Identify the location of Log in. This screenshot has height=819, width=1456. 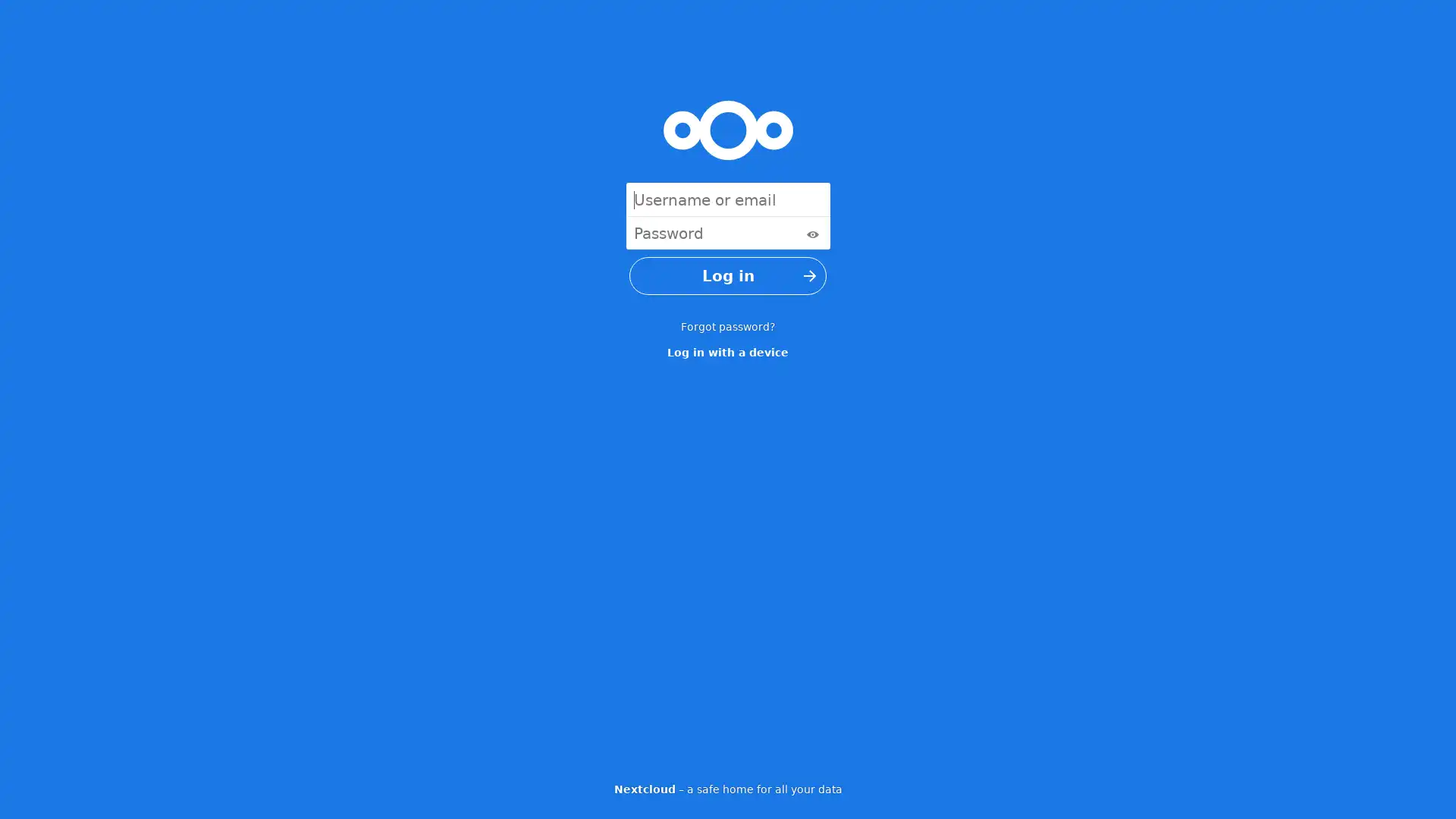
(728, 275).